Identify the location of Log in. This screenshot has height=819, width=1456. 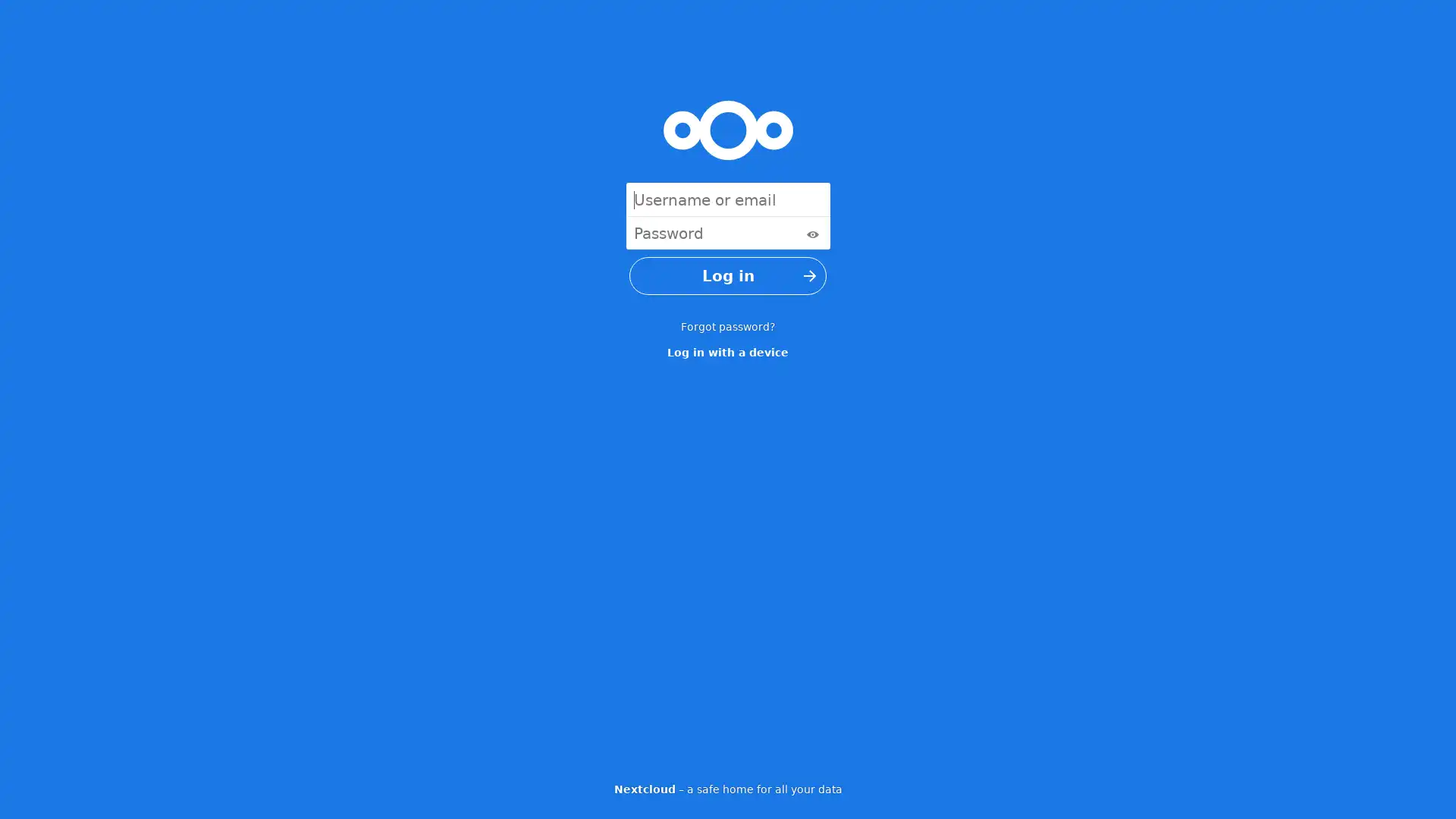
(728, 275).